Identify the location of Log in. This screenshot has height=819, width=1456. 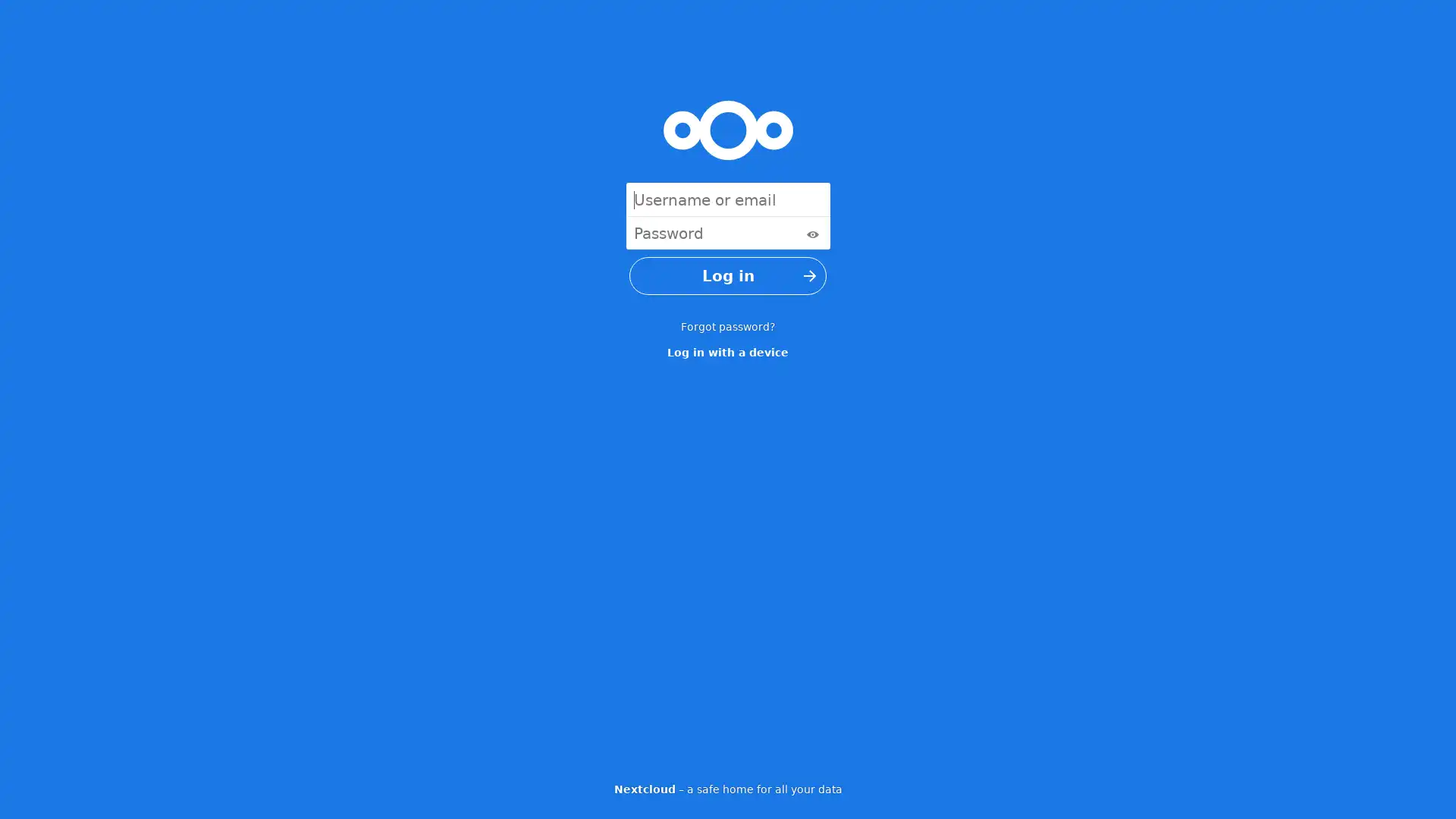
(728, 275).